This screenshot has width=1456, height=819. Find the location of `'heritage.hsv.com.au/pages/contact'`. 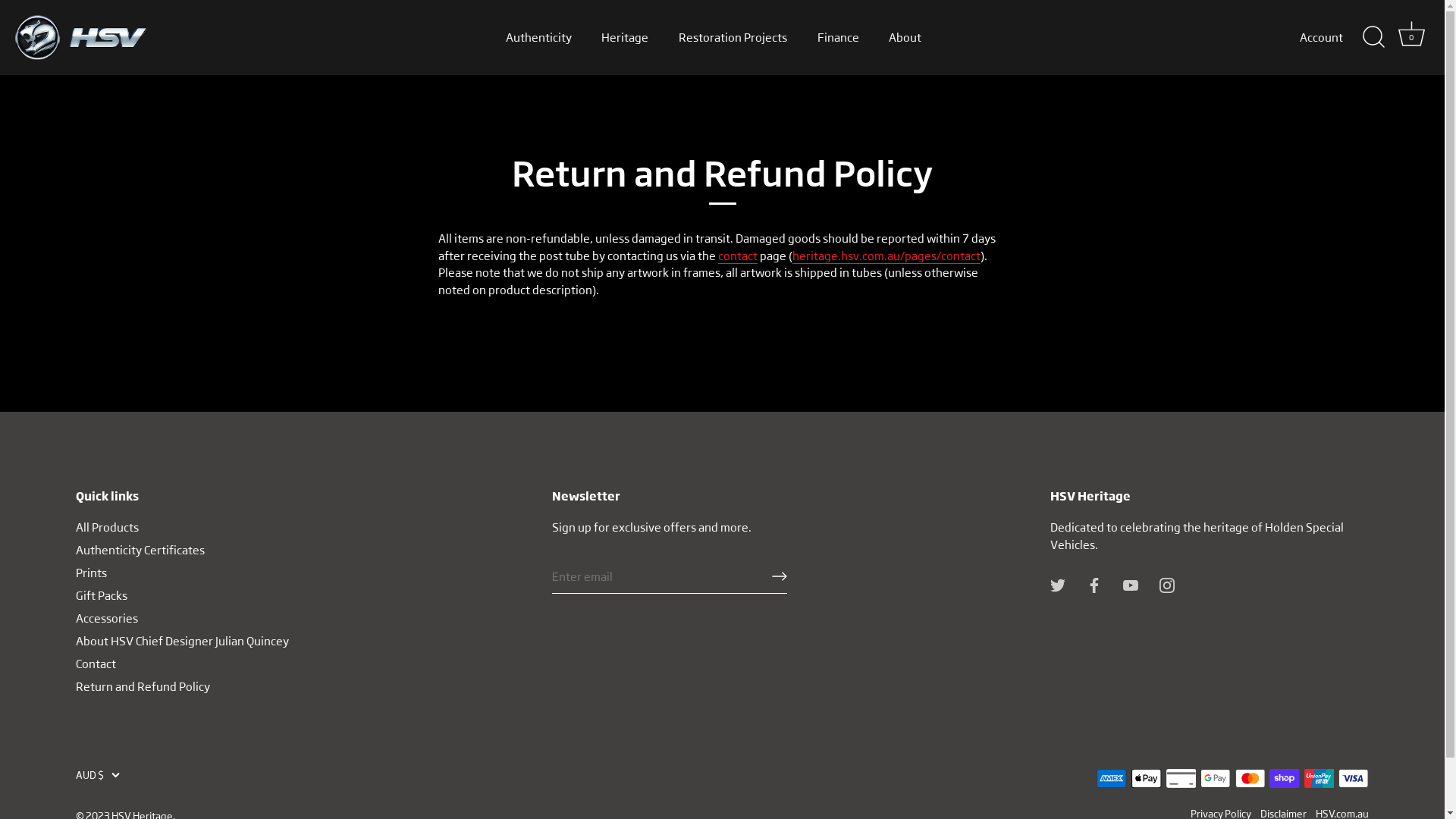

'heritage.hsv.com.au/pages/contact' is located at coordinates (885, 254).